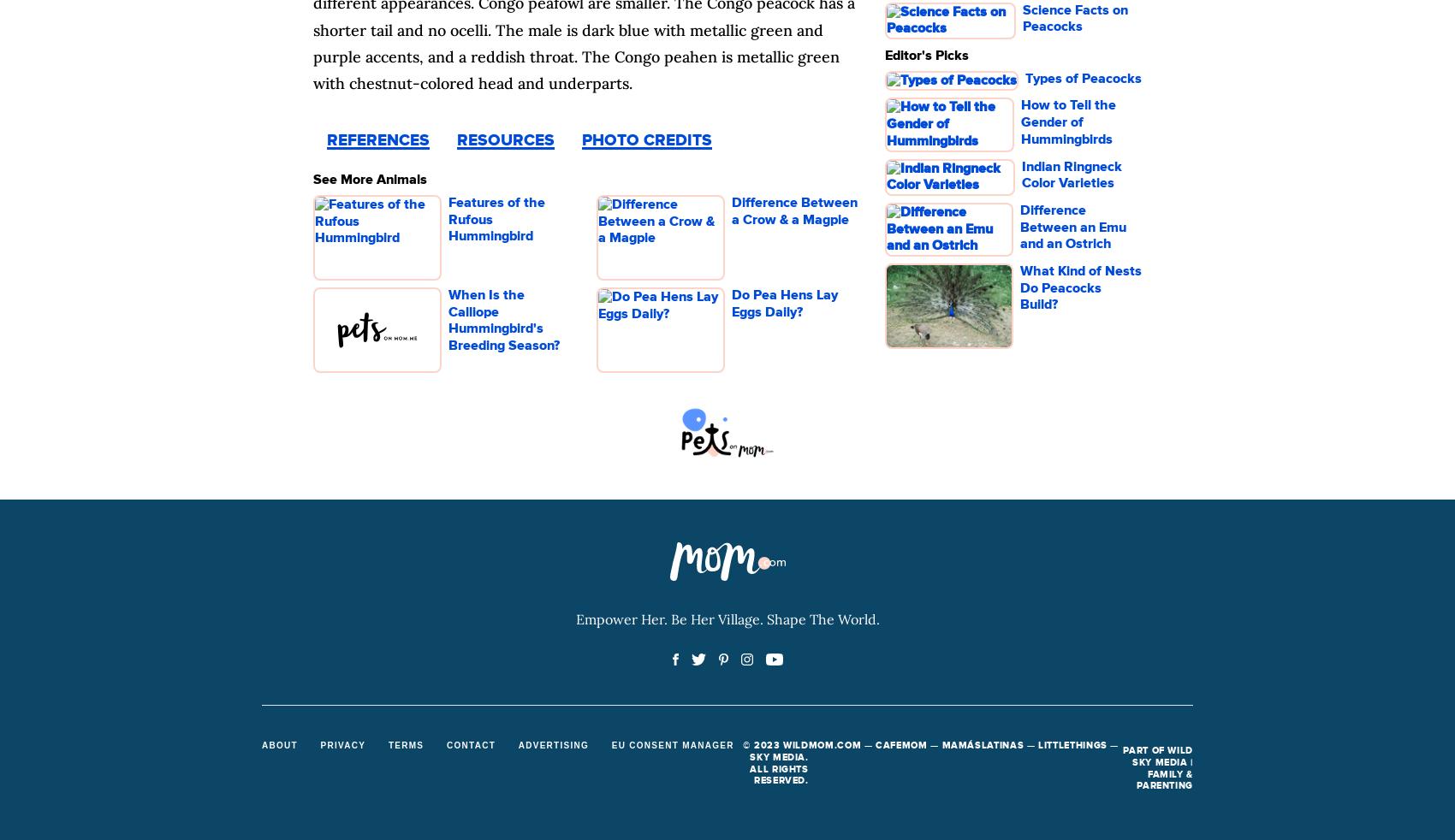 The width and height of the screenshot is (1455, 840). I want to click on 'Types of Peacocks', so click(1082, 77).